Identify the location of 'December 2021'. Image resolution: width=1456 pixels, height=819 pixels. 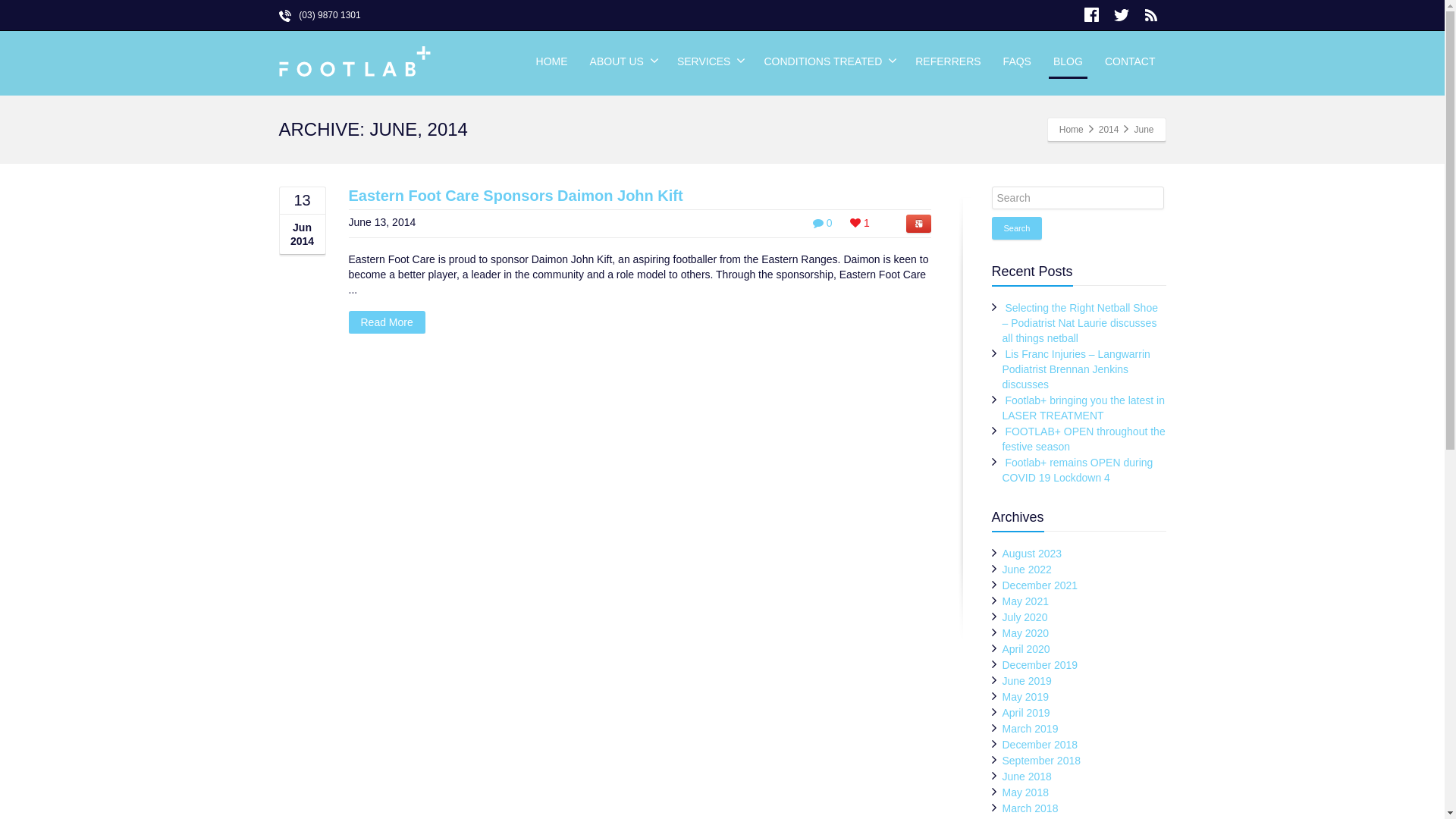
(1040, 584).